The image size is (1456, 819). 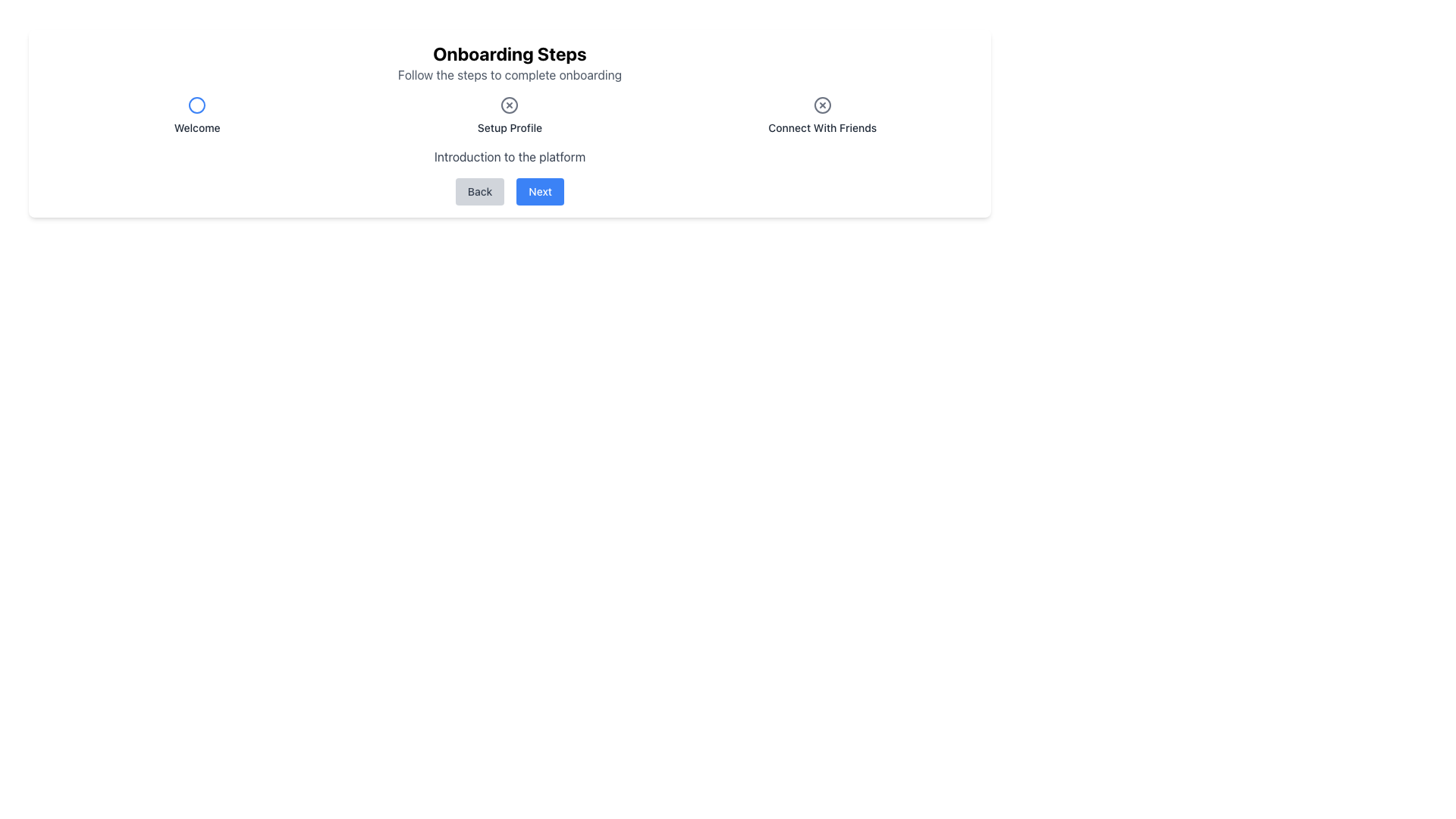 What do you see at coordinates (540, 191) in the screenshot?
I see `the rectangular 'Next' button with a blue background and white text` at bounding box center [540, 191].